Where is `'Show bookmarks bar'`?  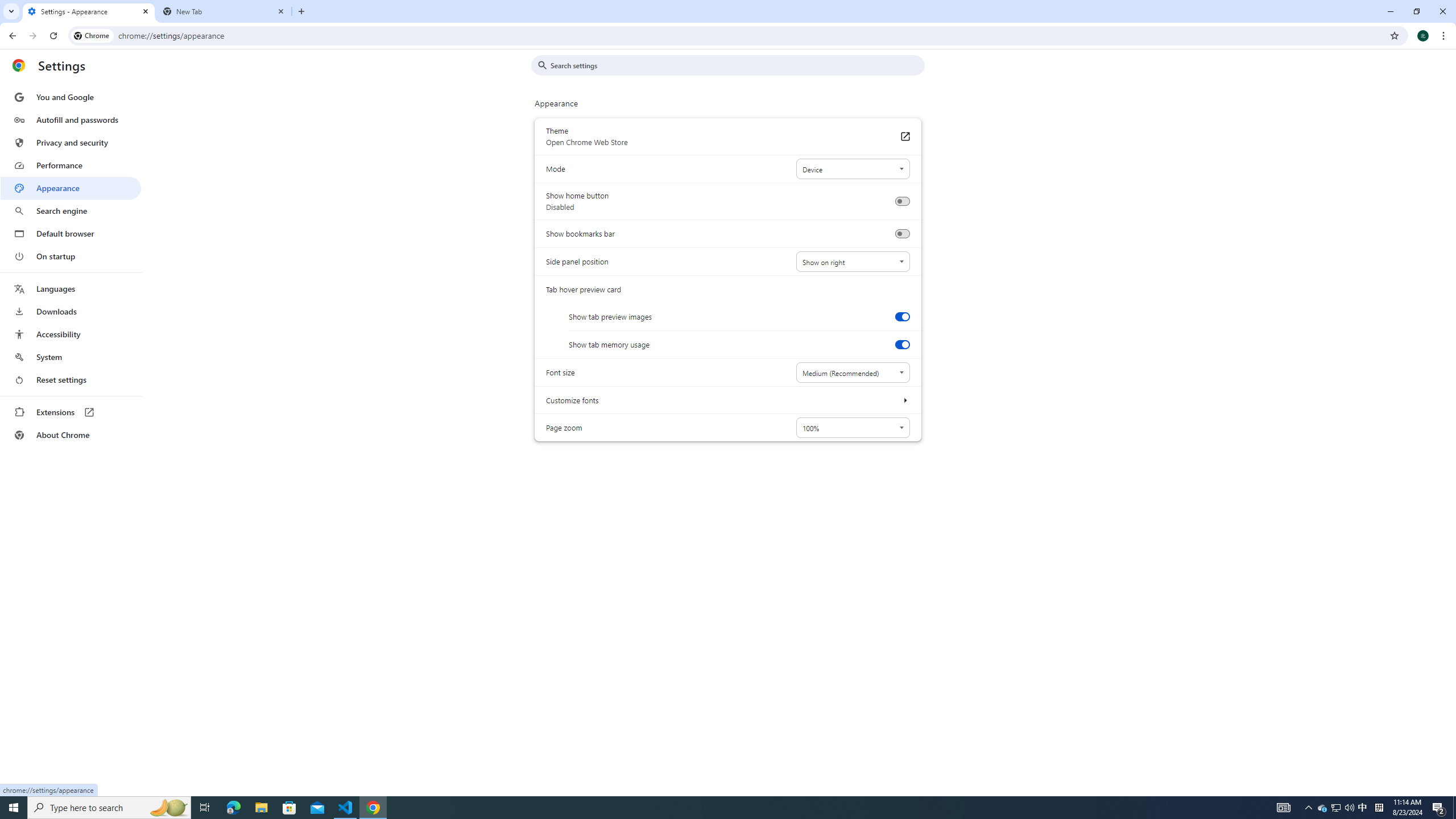 'Show bookmarks bar' is located at coordinates (901, 233).